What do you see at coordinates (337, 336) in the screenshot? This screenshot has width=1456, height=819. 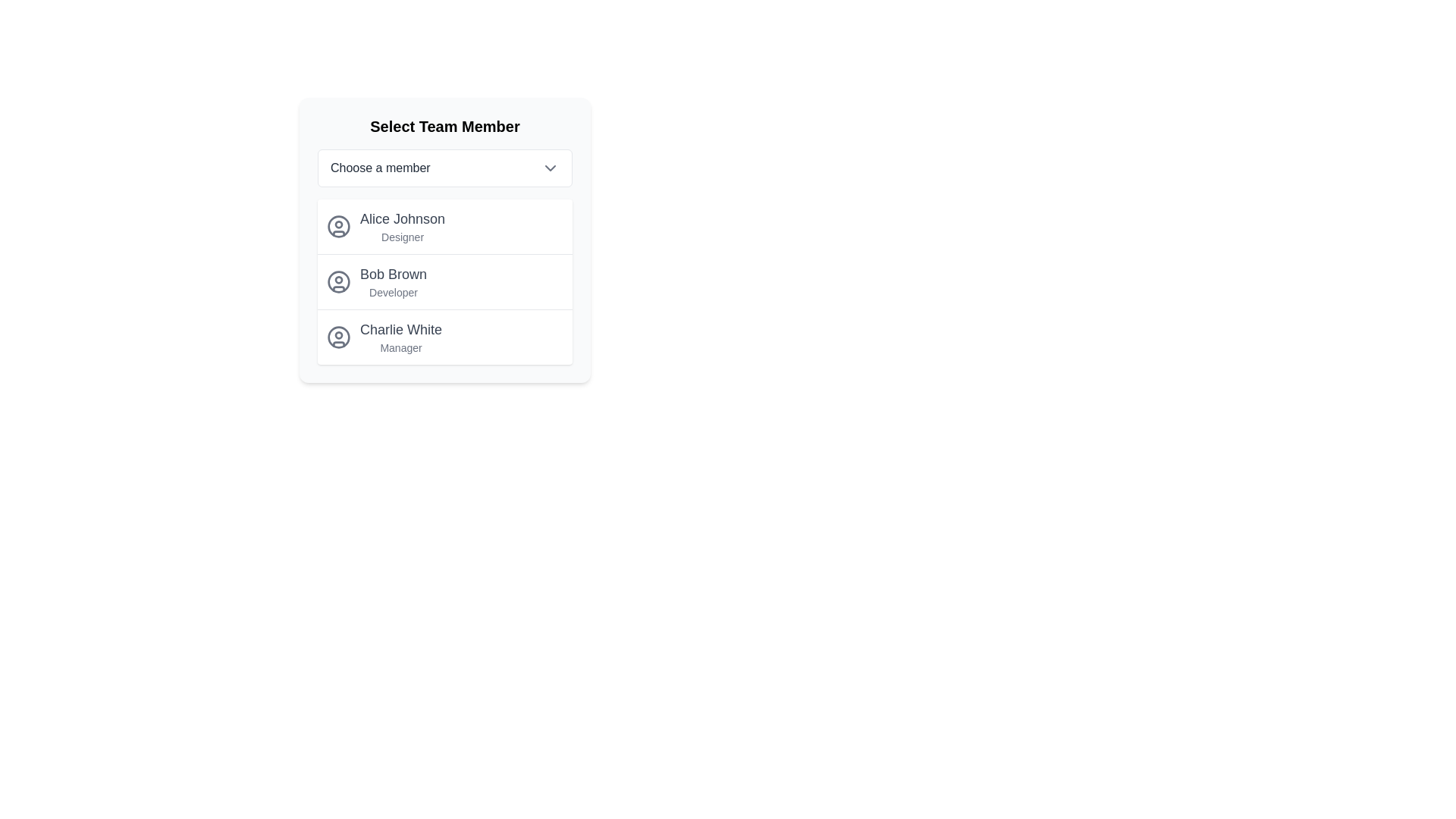 I see `the outermost circle that serves as a graphical border for the avatar icon located to the left of the text 'Charlie White'` at bounding box center [337, 336].